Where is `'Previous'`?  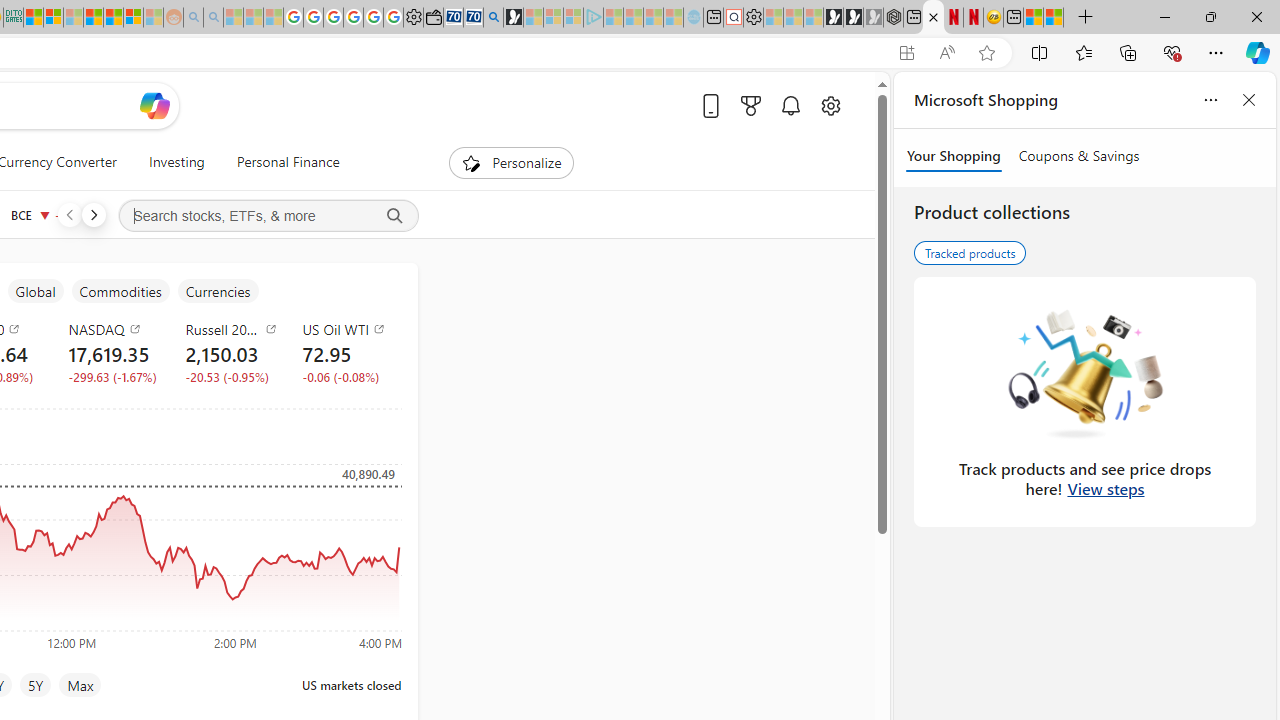
'Previous' is located at coordinates (69, 214).